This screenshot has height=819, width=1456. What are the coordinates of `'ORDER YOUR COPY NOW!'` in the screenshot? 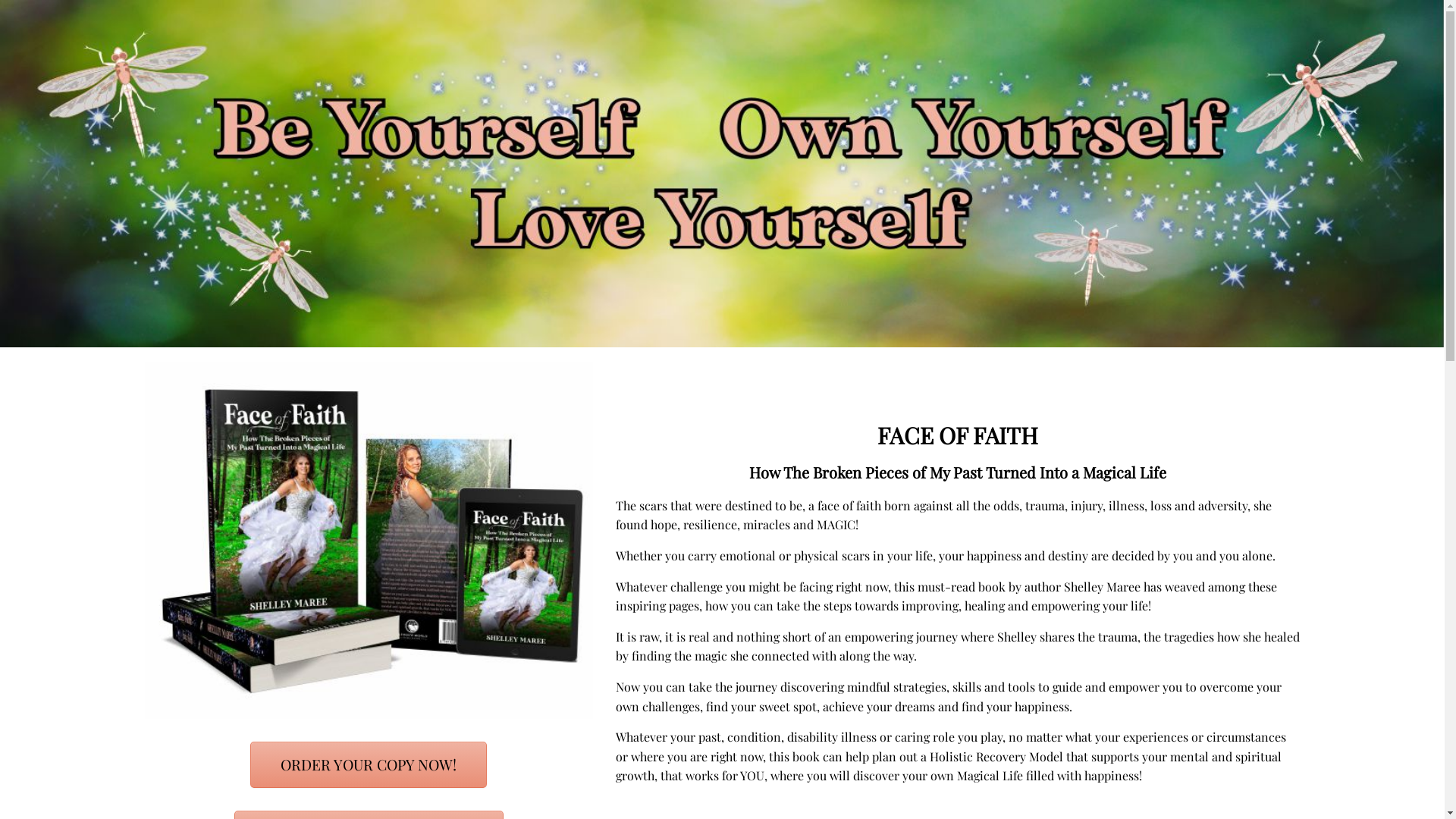 It's located at (368, 764).